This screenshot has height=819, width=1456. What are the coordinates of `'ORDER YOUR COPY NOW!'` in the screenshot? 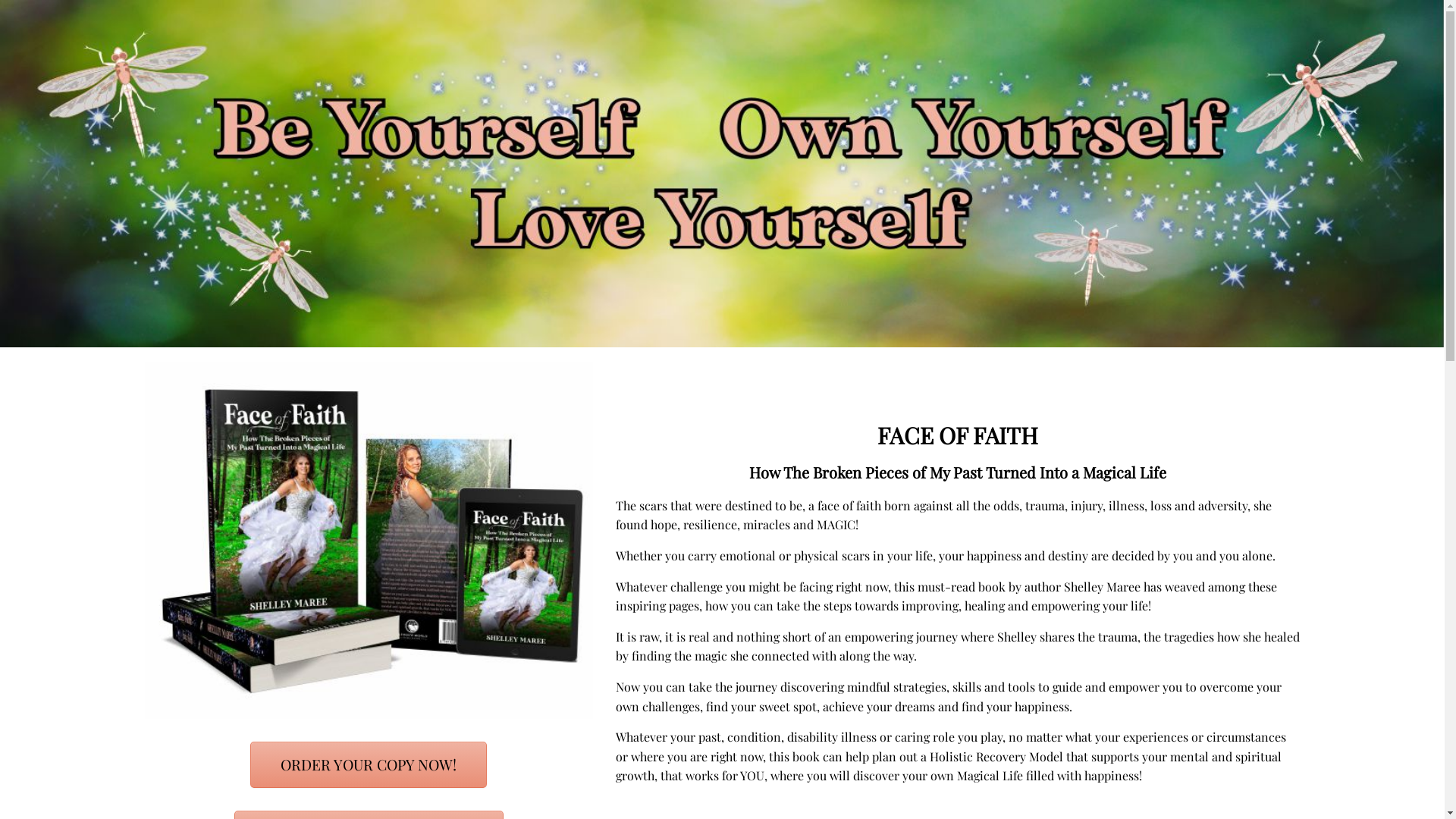 It's located at (368, 764).